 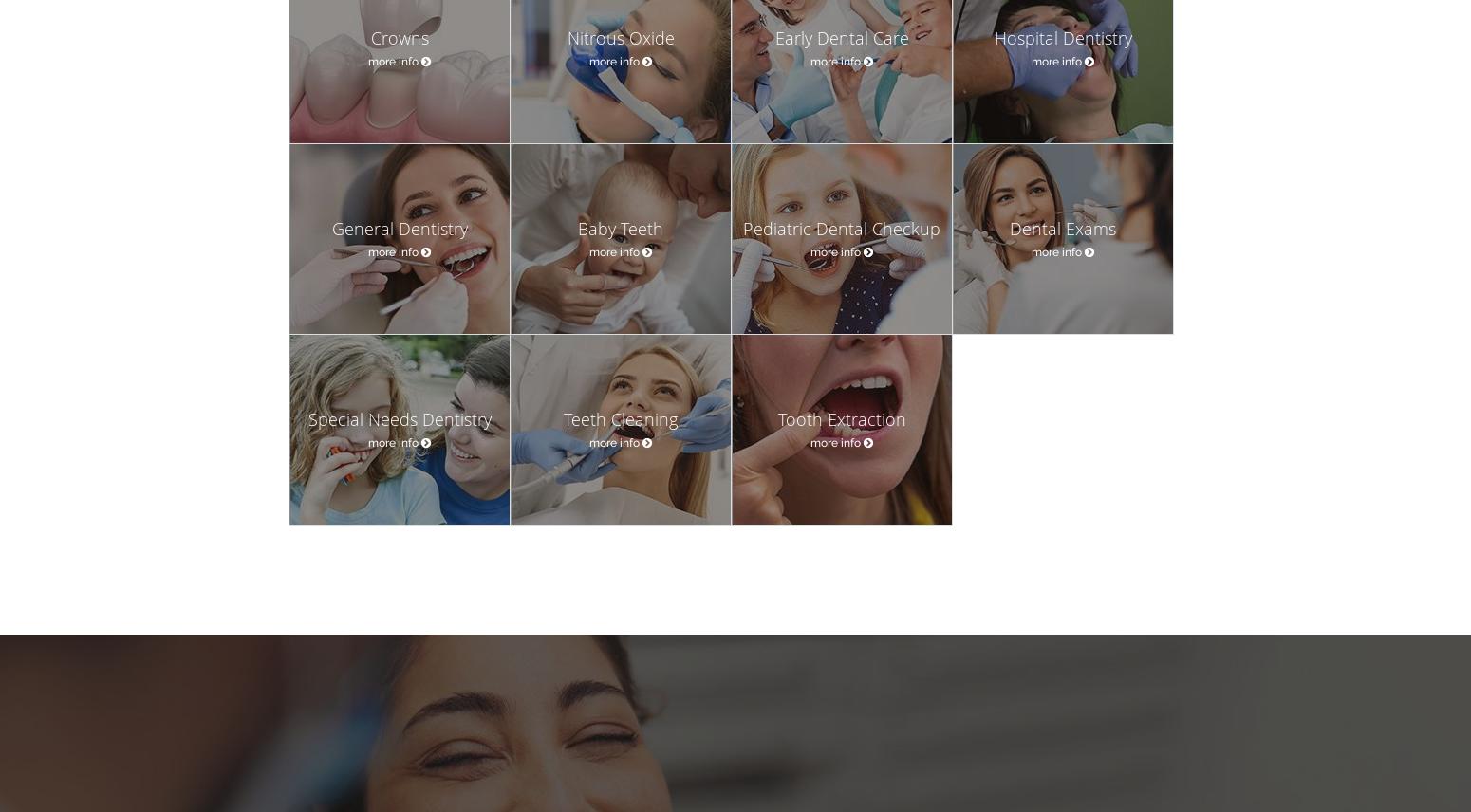 What do you see at coordinates (841, 36) in the screenshot?
I see `'Early Dental Care'` at bounding box center [841, 36].